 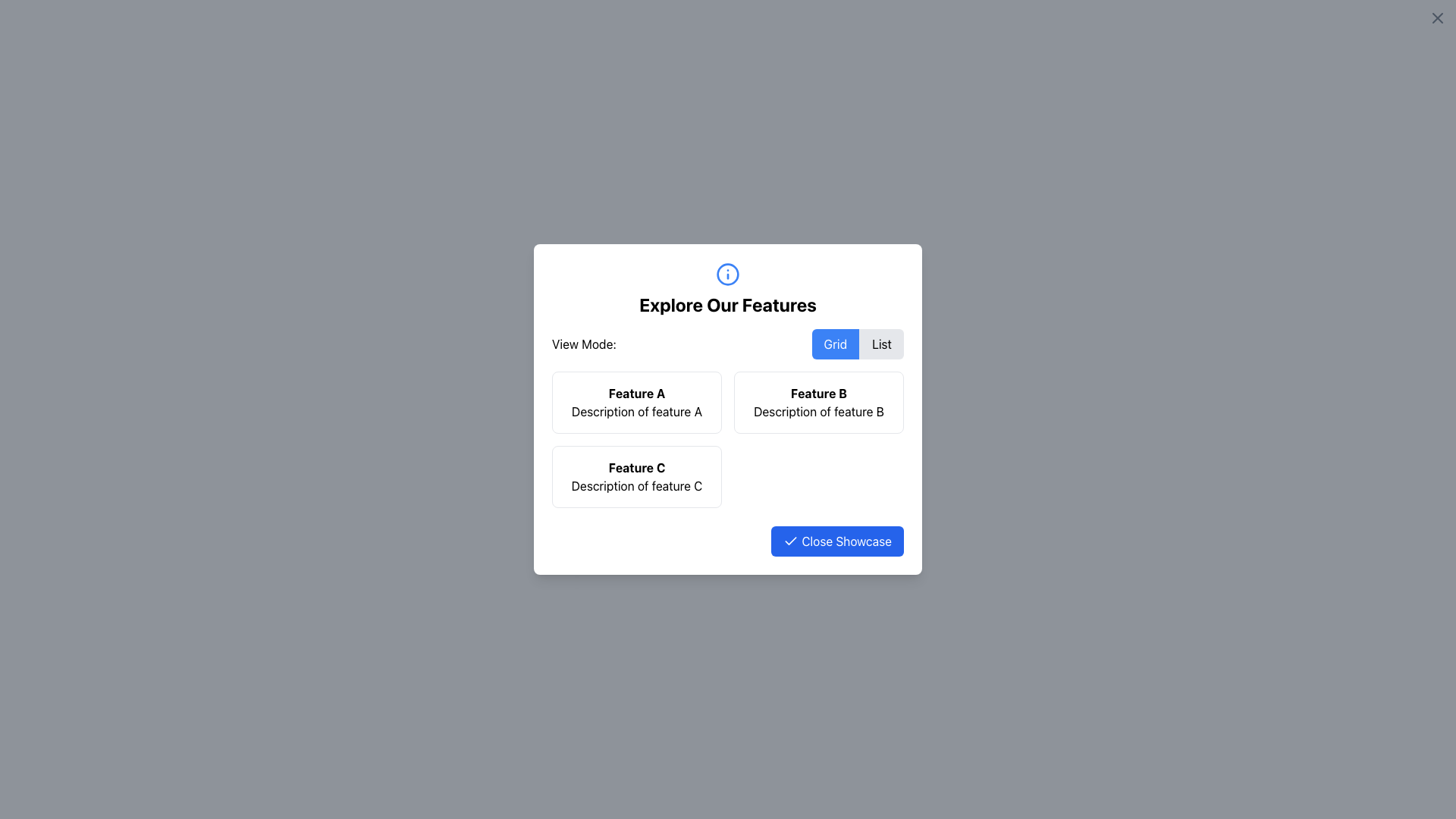 I want to click on the close button located at the bottom-right corner of the card layout, so click(x=836, y=540).